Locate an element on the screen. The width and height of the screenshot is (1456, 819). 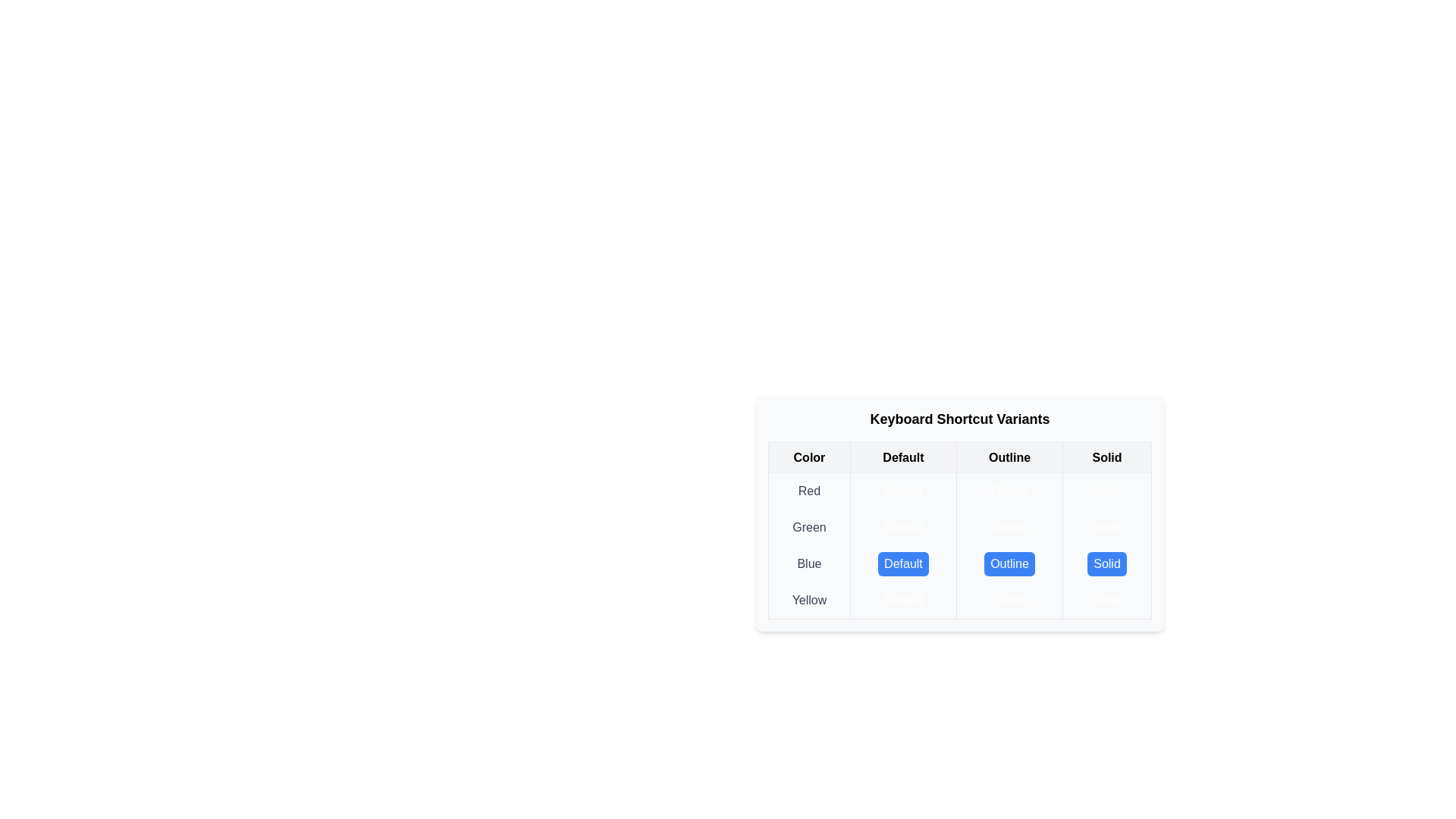
the button labeled 'Default' in the 'Yellow' row of the table is located at coordinates (959, 599).